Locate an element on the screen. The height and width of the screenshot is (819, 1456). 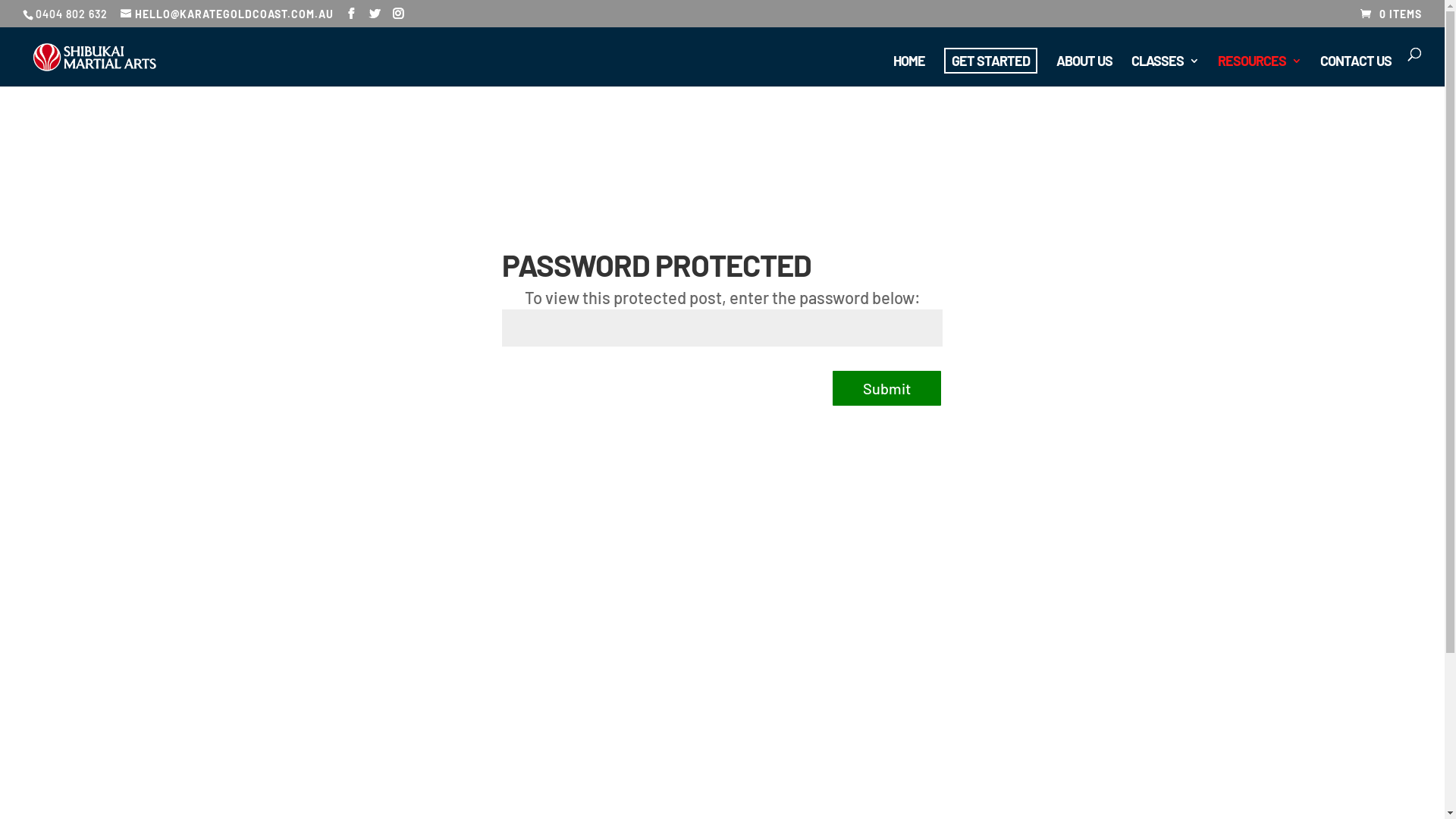
'ABOUT US' is located at coordinates (1055, 71).